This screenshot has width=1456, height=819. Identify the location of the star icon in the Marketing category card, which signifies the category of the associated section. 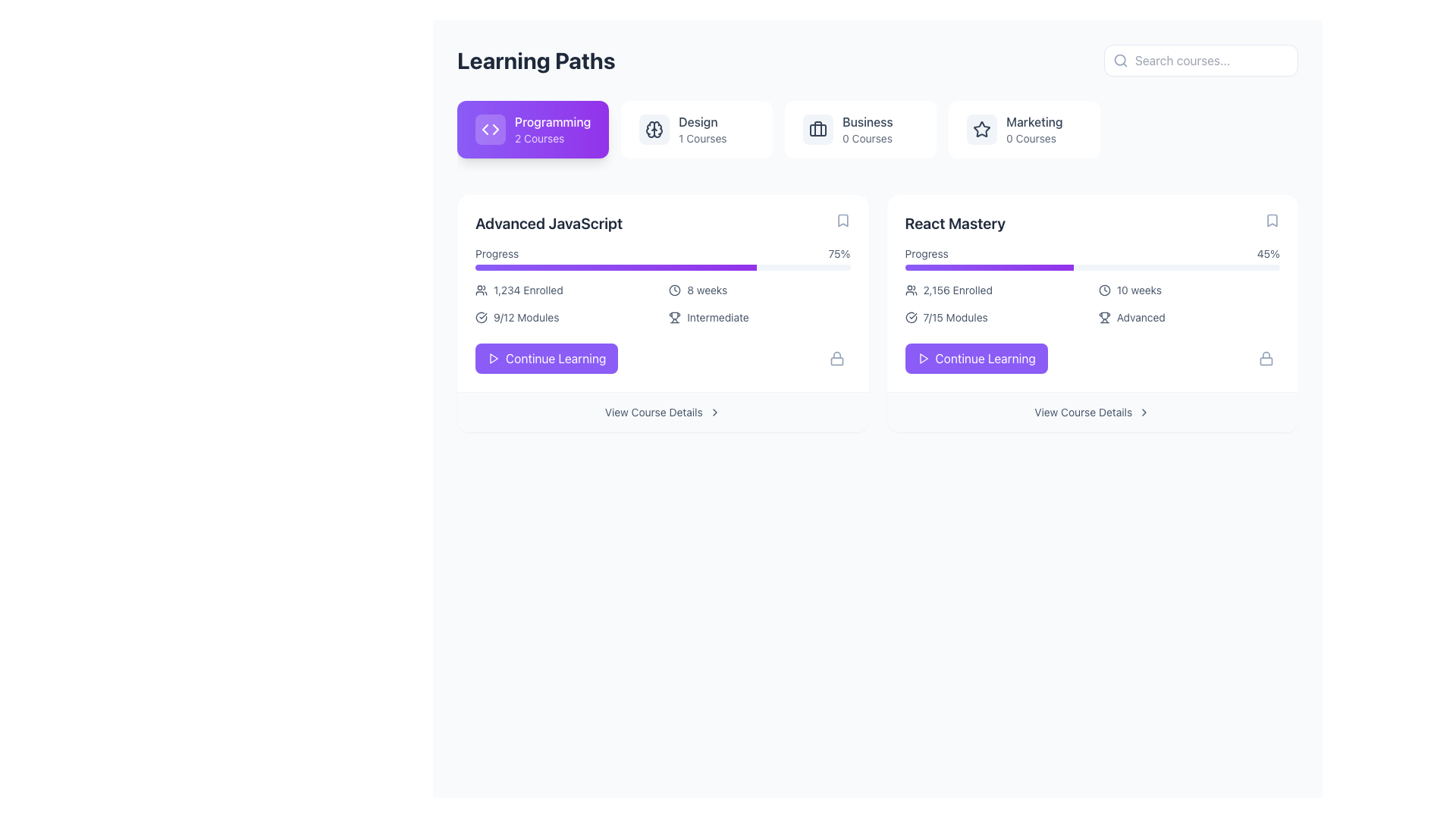
(982, 128).